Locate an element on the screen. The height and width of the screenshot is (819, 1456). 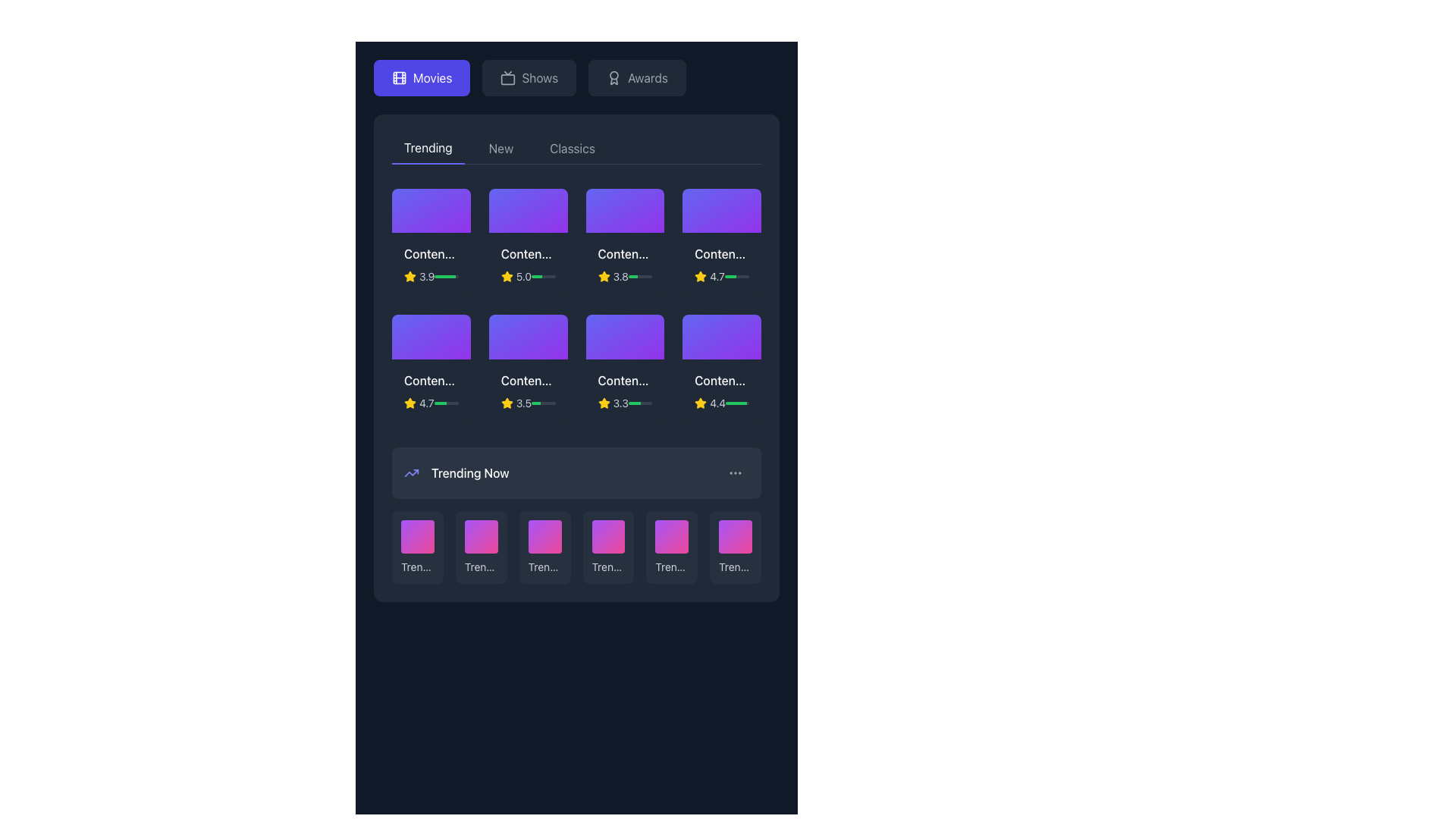
the star icon located in the third row under the 'Trending' tab, which visually represents a rating of 3.5, to highlight it is located at coordinates (507, 402).